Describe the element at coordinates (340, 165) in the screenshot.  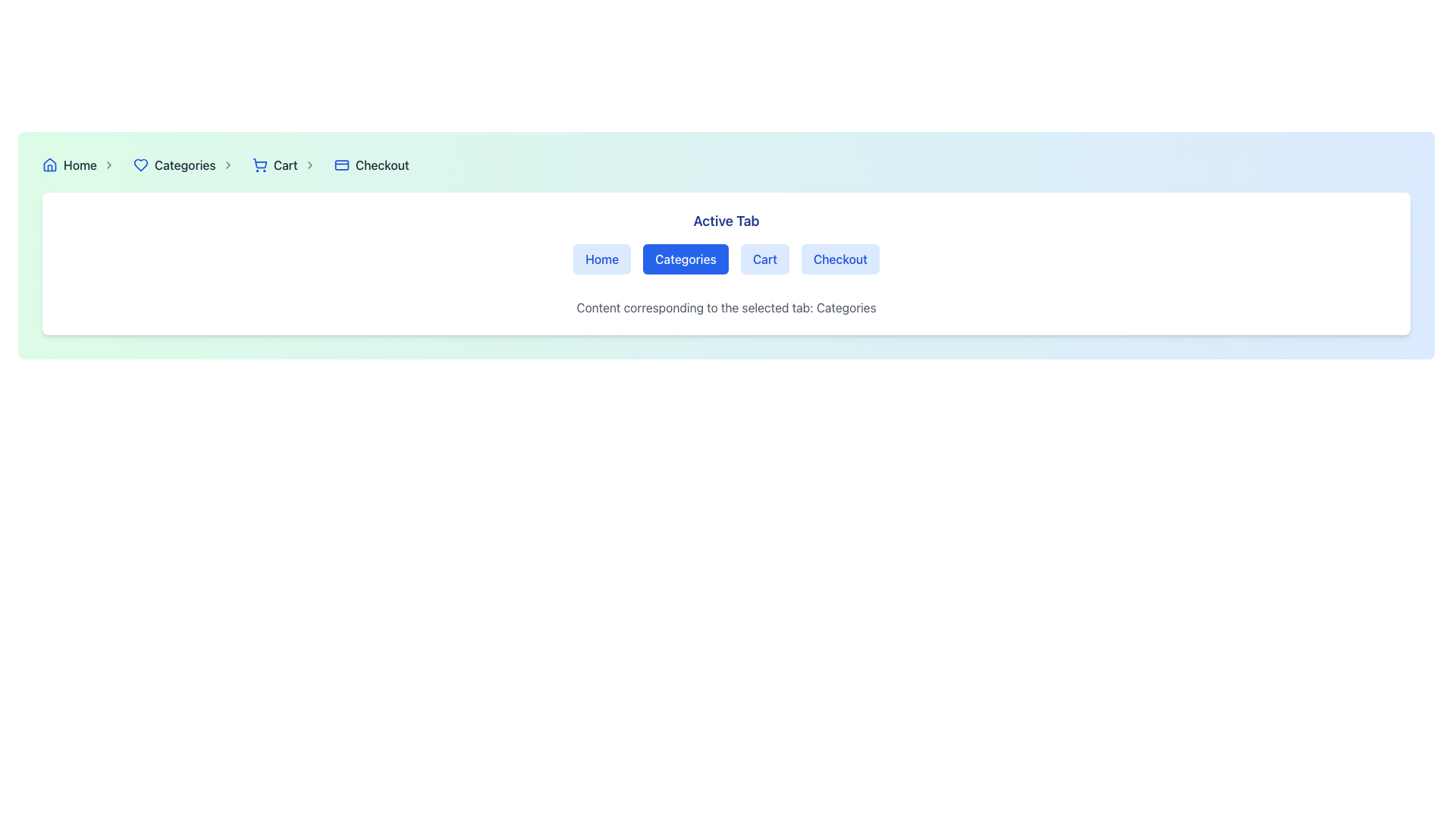
I see `the 'Checkout' icon represented by a credit card in the breadcrumb navigation bar, located between the cart icon and the 'Checkout' text` at that location.